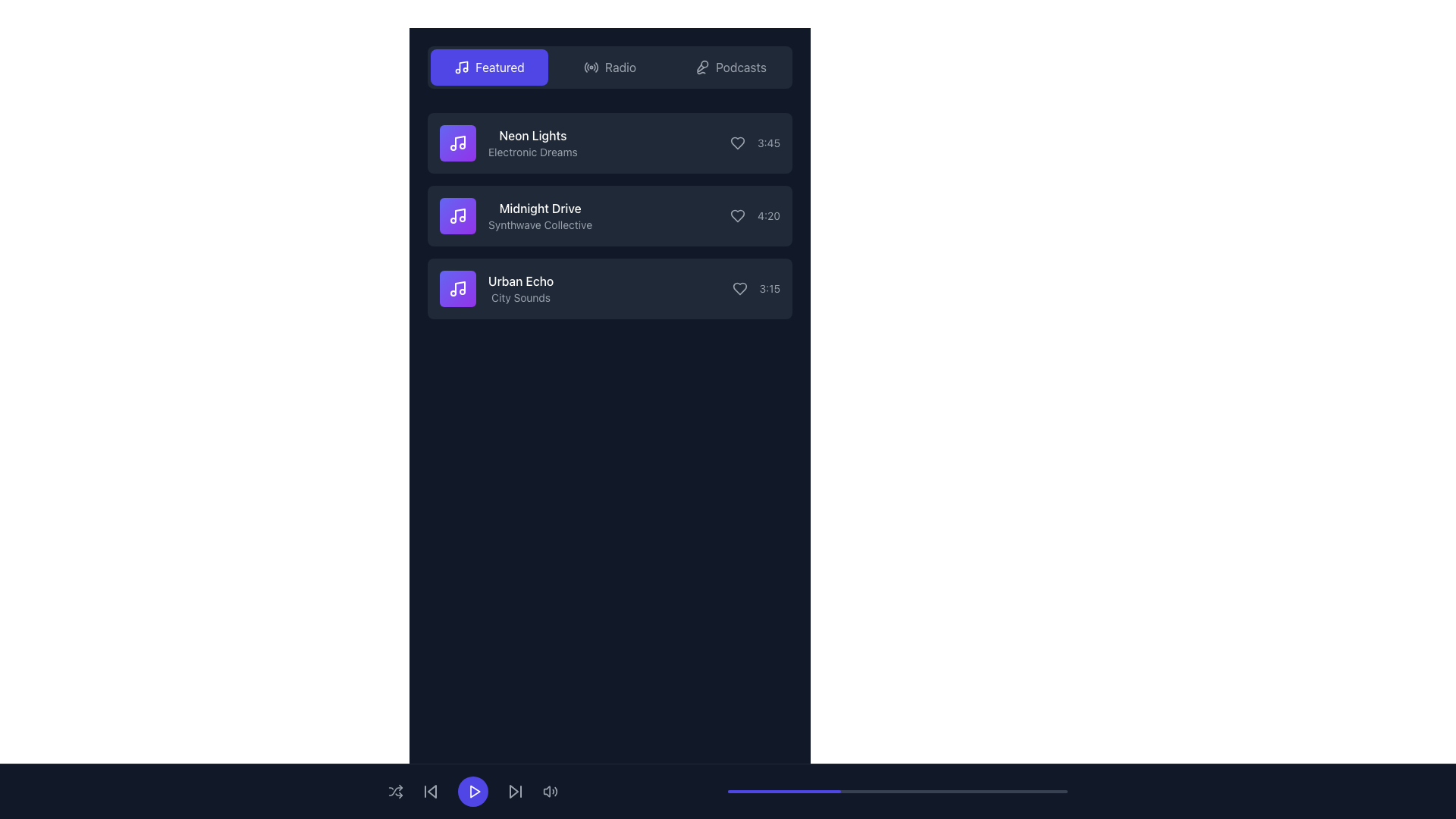 The width and height of the screenshot is (1456, 819). I want to click on the static text display for the track 'Urban Echo' with the description 'City Sounds', which is the third list item in the sidebar of music tracks, so click(521, 289).